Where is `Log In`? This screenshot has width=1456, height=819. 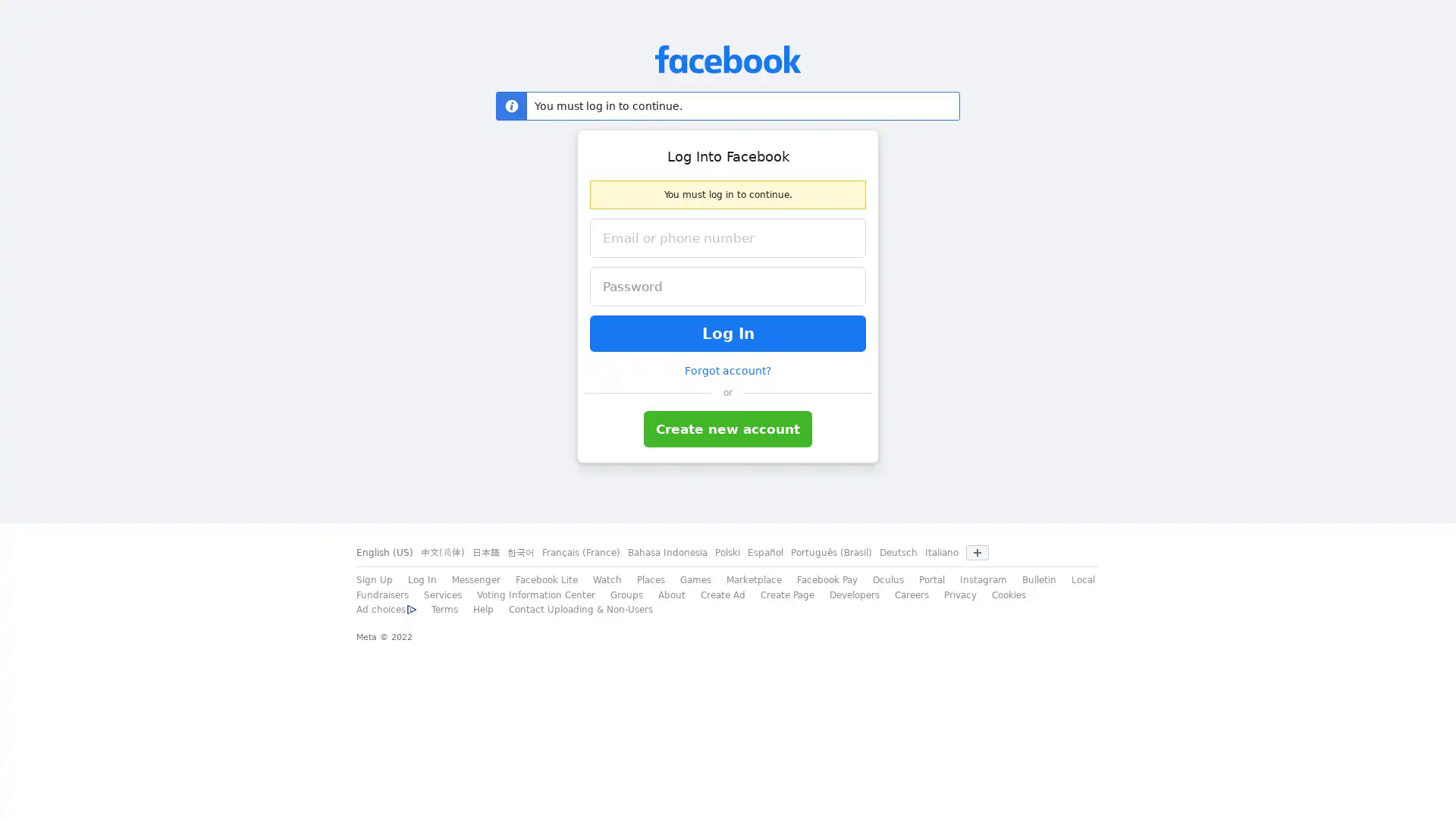 Log In is located at coordinates (728, 332).